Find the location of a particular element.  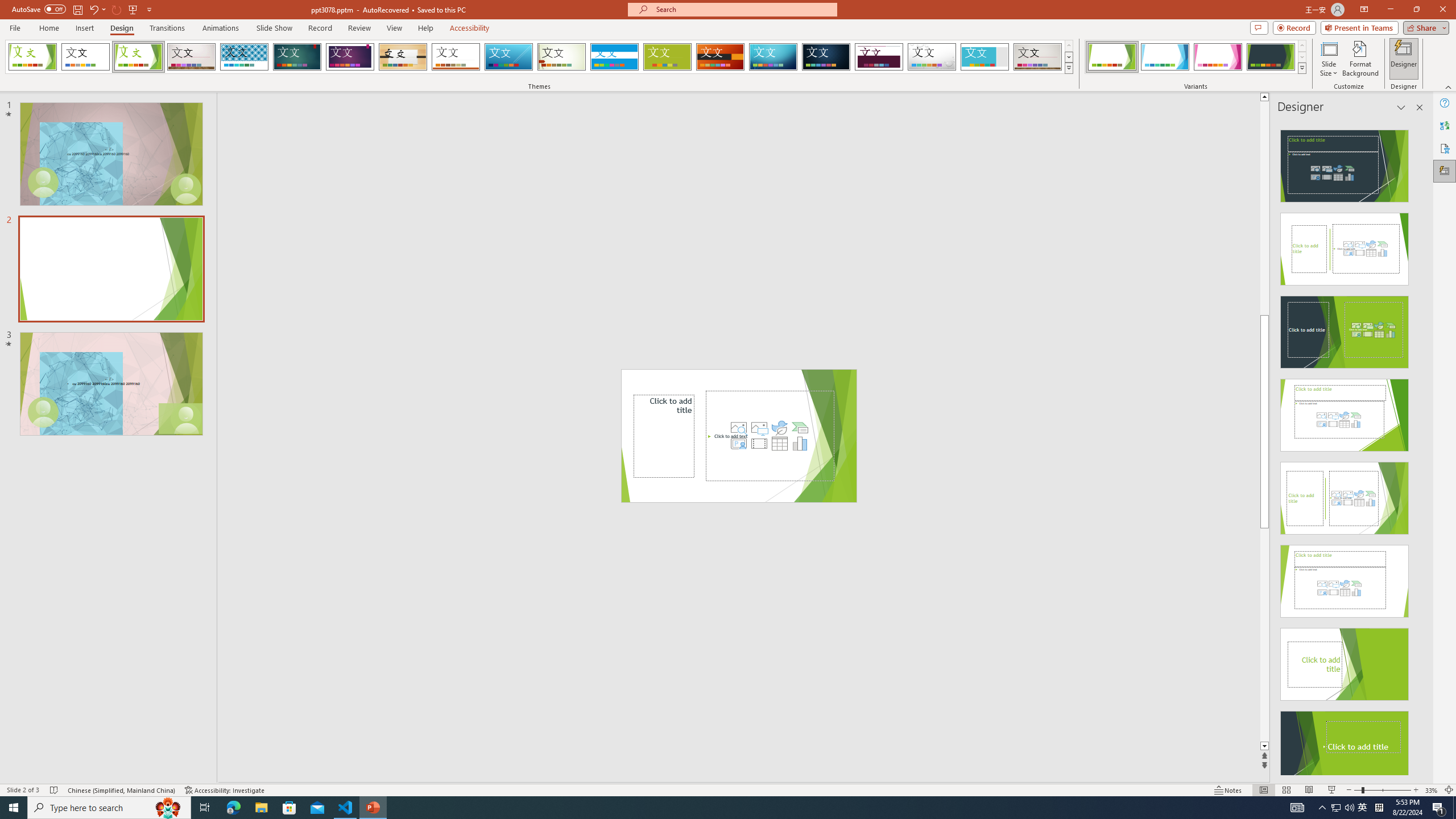

'Zoom 33%' is located at coordinates (1431, 790).